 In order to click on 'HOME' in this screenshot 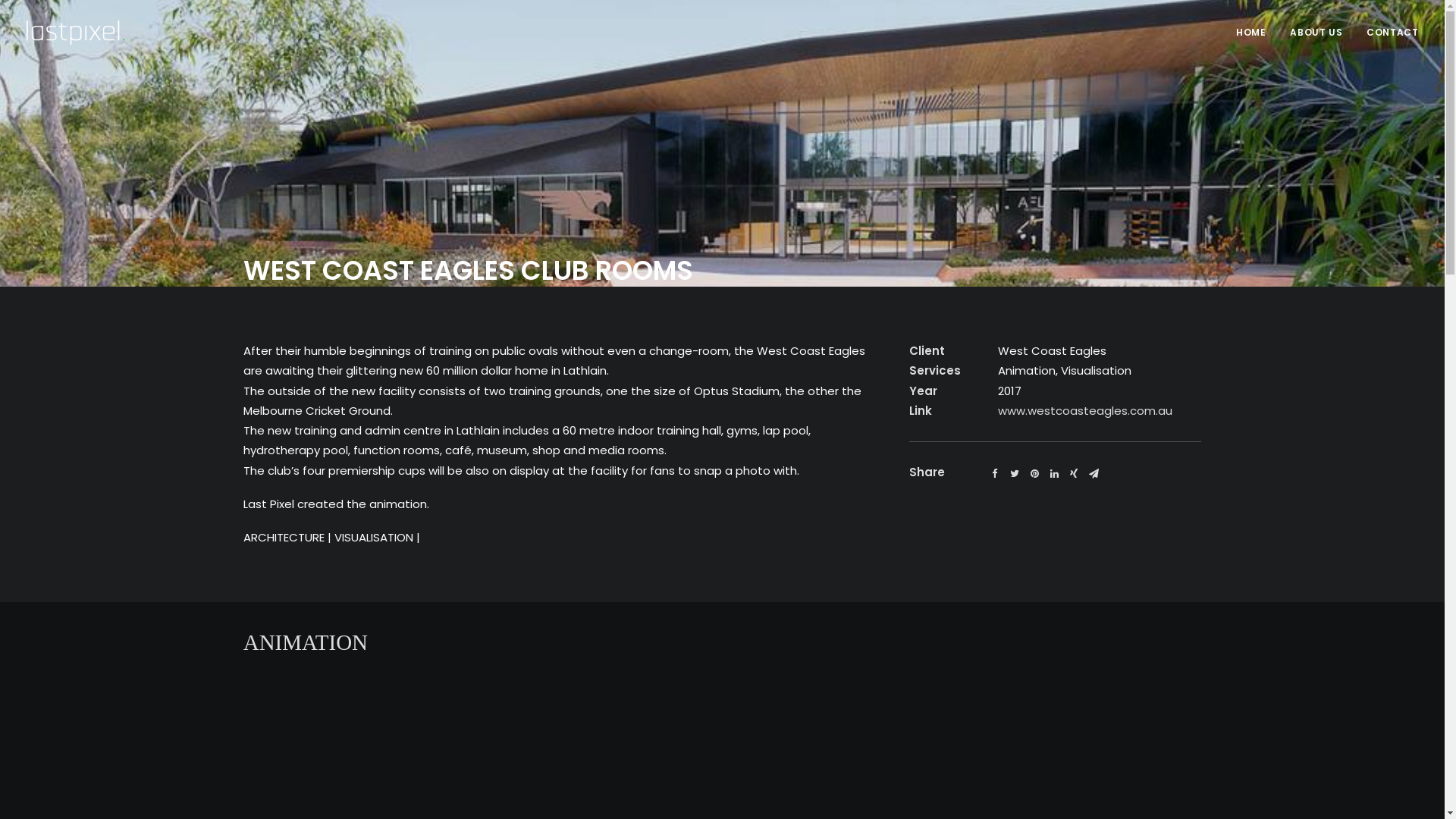, I will do `click(1236, 32)`.